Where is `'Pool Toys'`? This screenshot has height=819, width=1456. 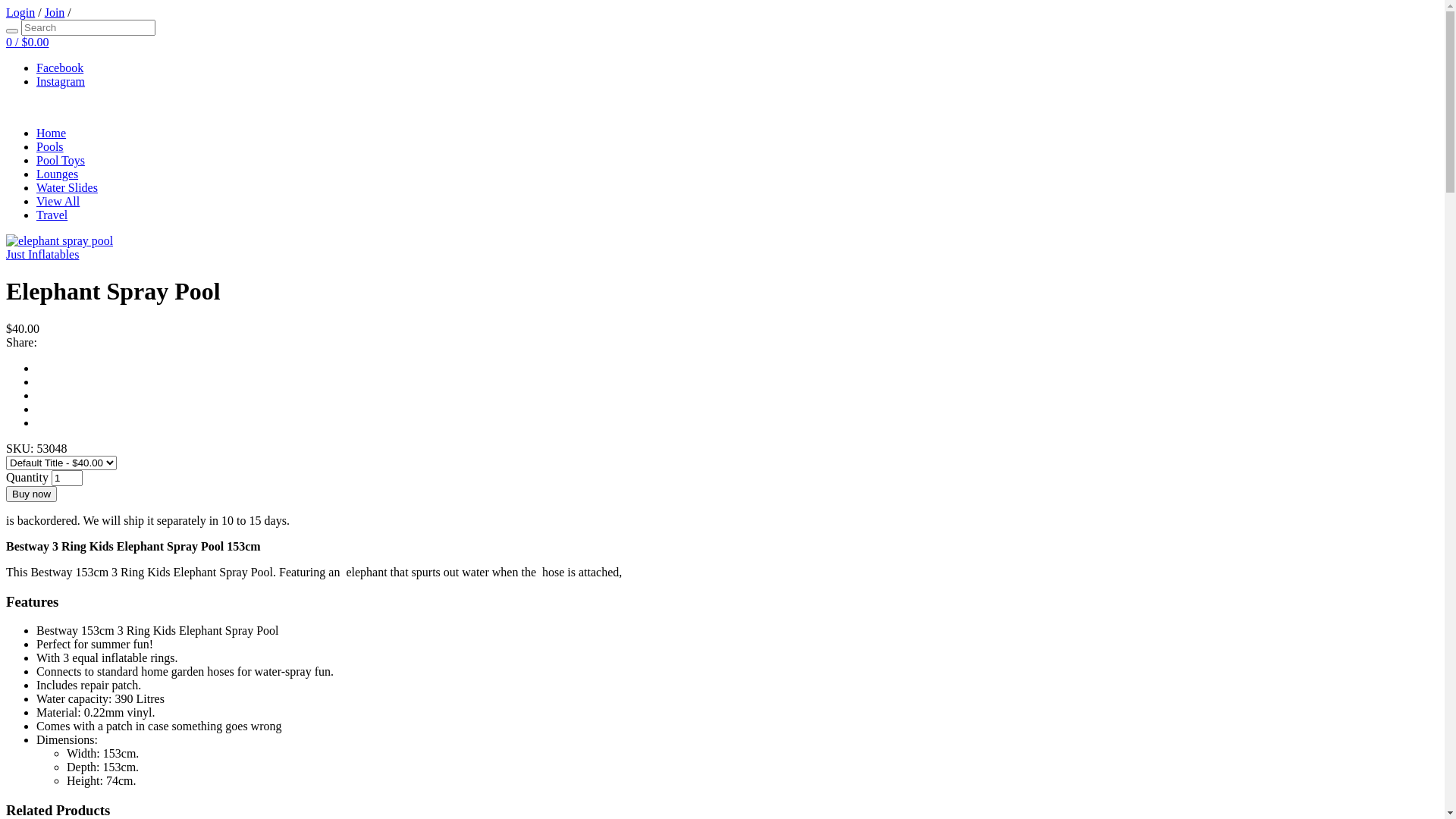
'Pool Toys' is located at coordinates (36, 160).